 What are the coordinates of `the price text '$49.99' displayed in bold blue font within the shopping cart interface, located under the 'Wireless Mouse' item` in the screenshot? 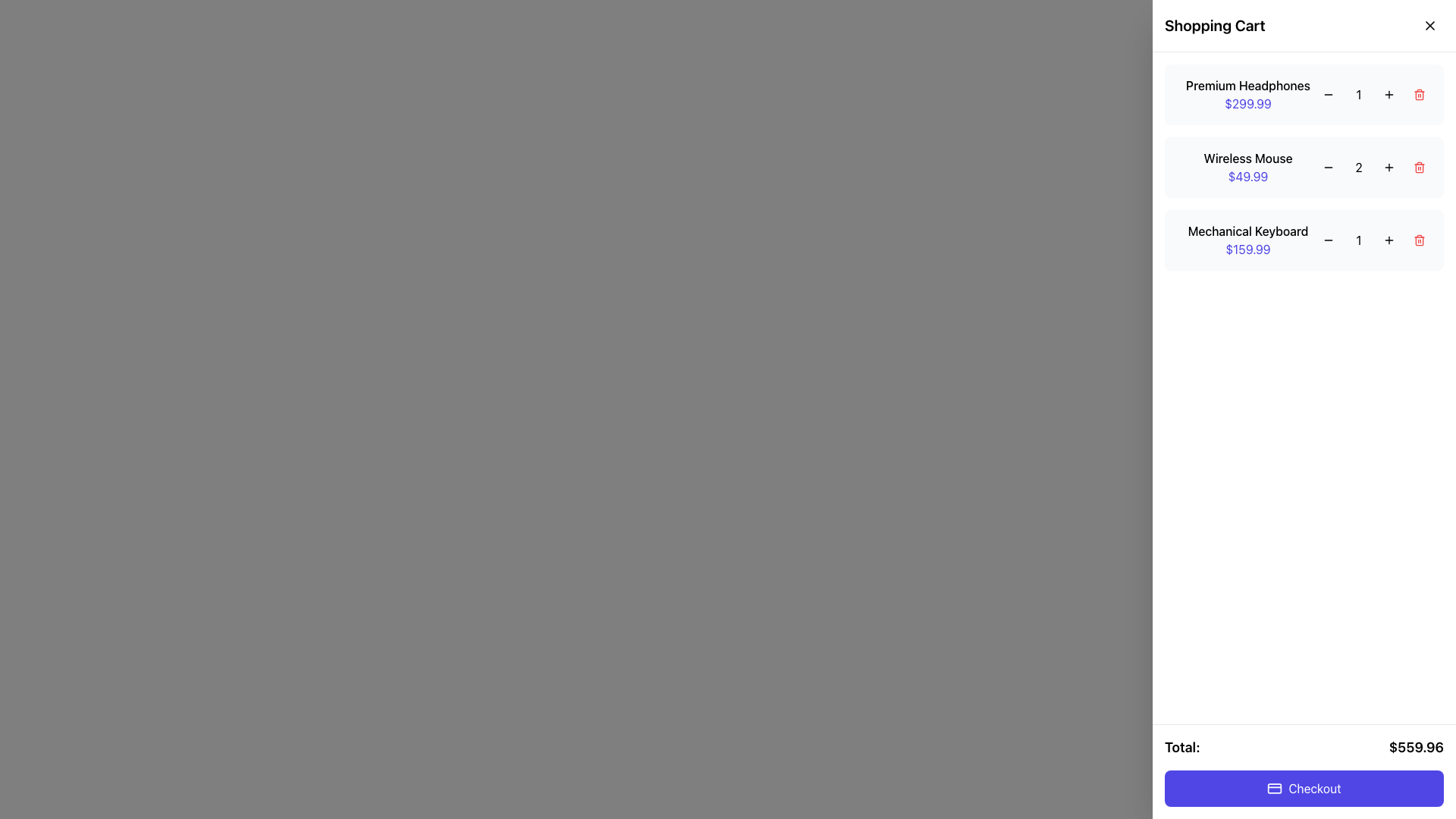 It's located at (1248, 175).